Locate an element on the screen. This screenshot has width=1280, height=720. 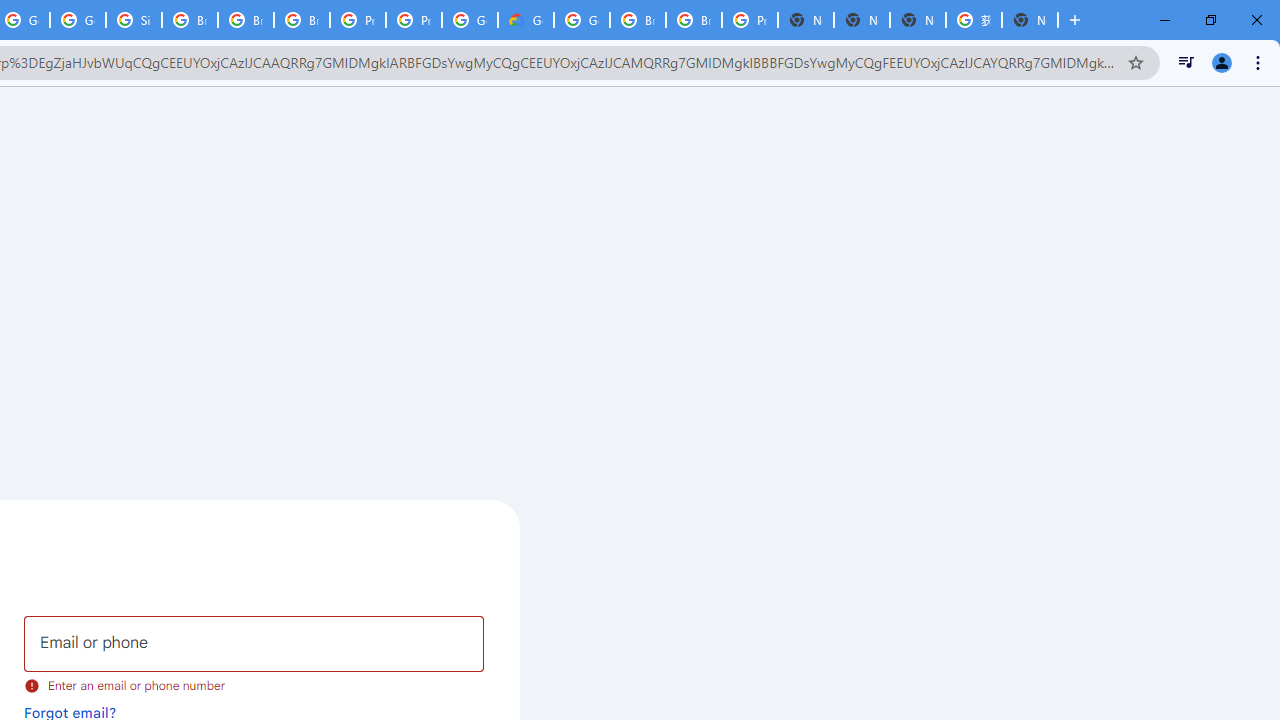
'Sign in - Google Accounts' is located at coordinates (133, 20).